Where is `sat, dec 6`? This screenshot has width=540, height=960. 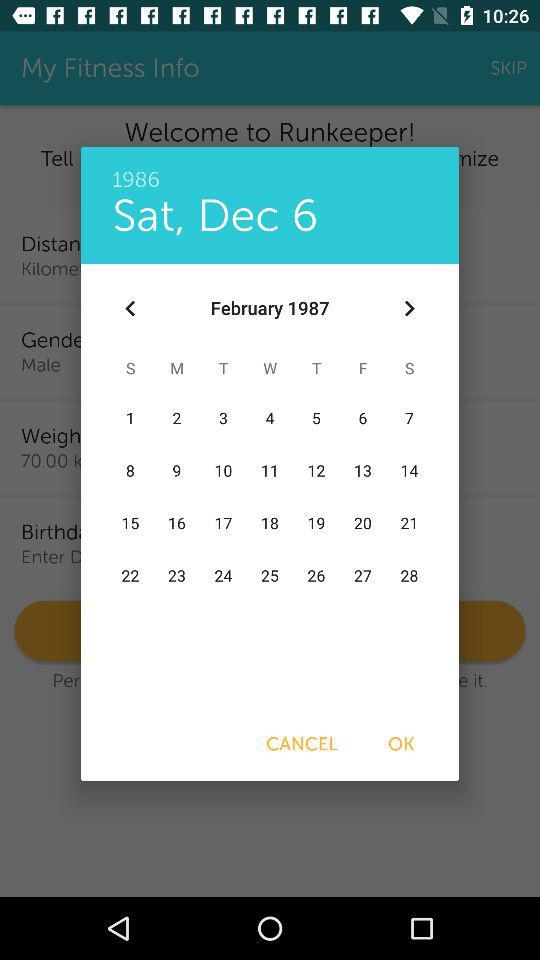 sat, dec 6 is located at coordinates (214, 215).